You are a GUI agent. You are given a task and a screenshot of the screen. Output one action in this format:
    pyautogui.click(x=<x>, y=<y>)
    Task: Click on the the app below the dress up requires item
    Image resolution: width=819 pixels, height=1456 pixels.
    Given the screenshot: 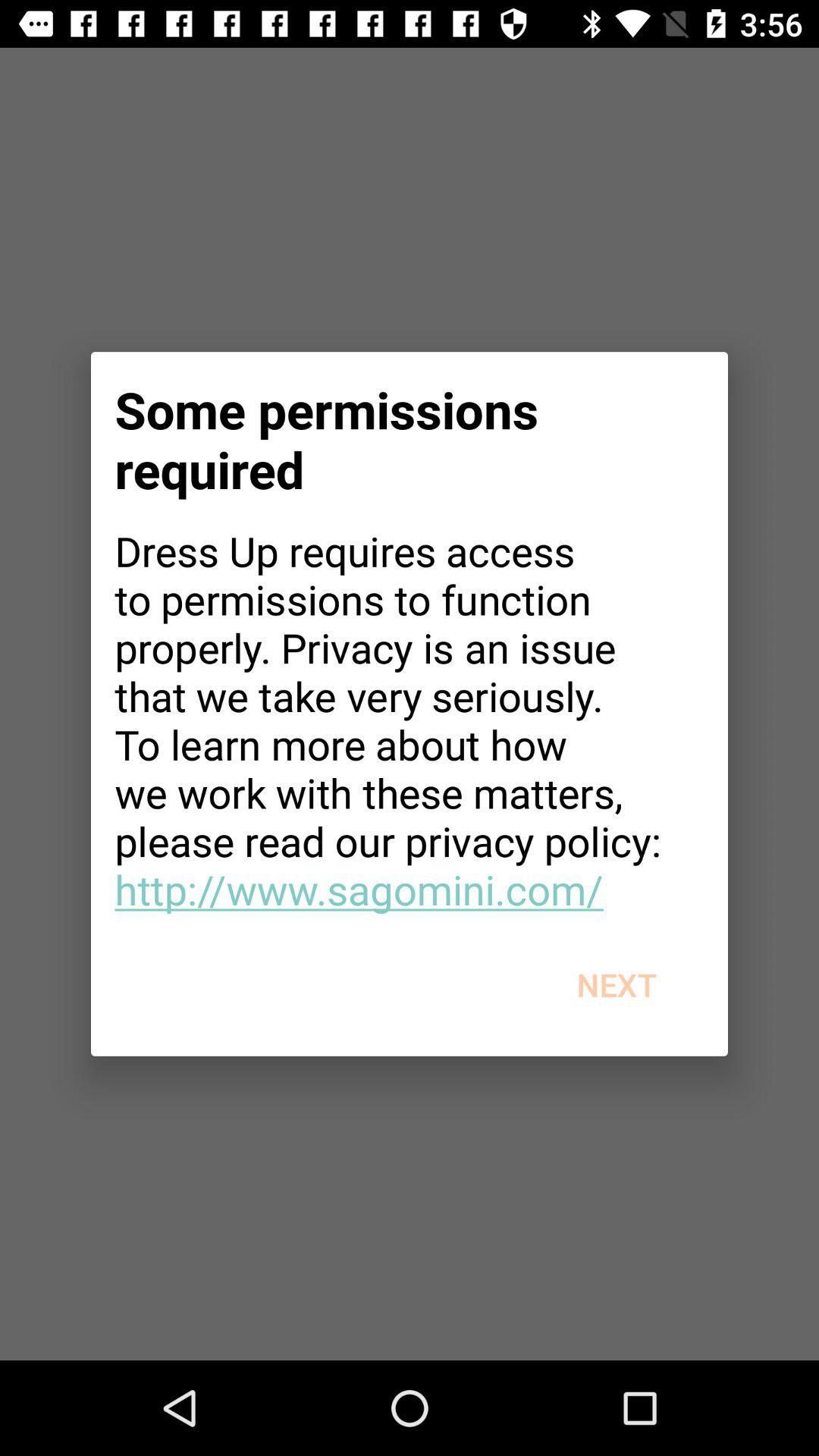 What is the action you would take?
    pyautogui.click(x=617, y=984)
    